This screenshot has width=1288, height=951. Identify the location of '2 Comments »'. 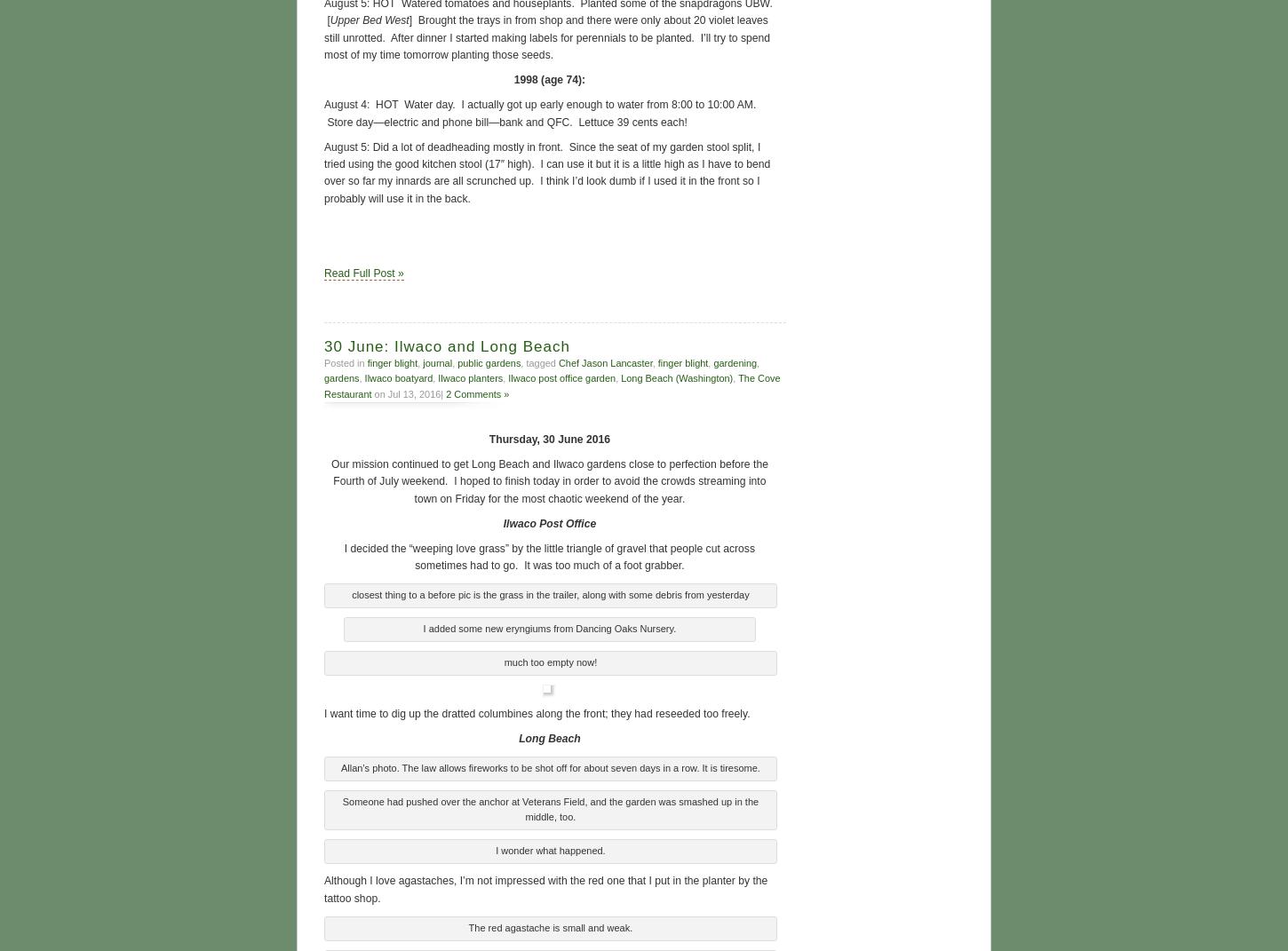
(445, 392).